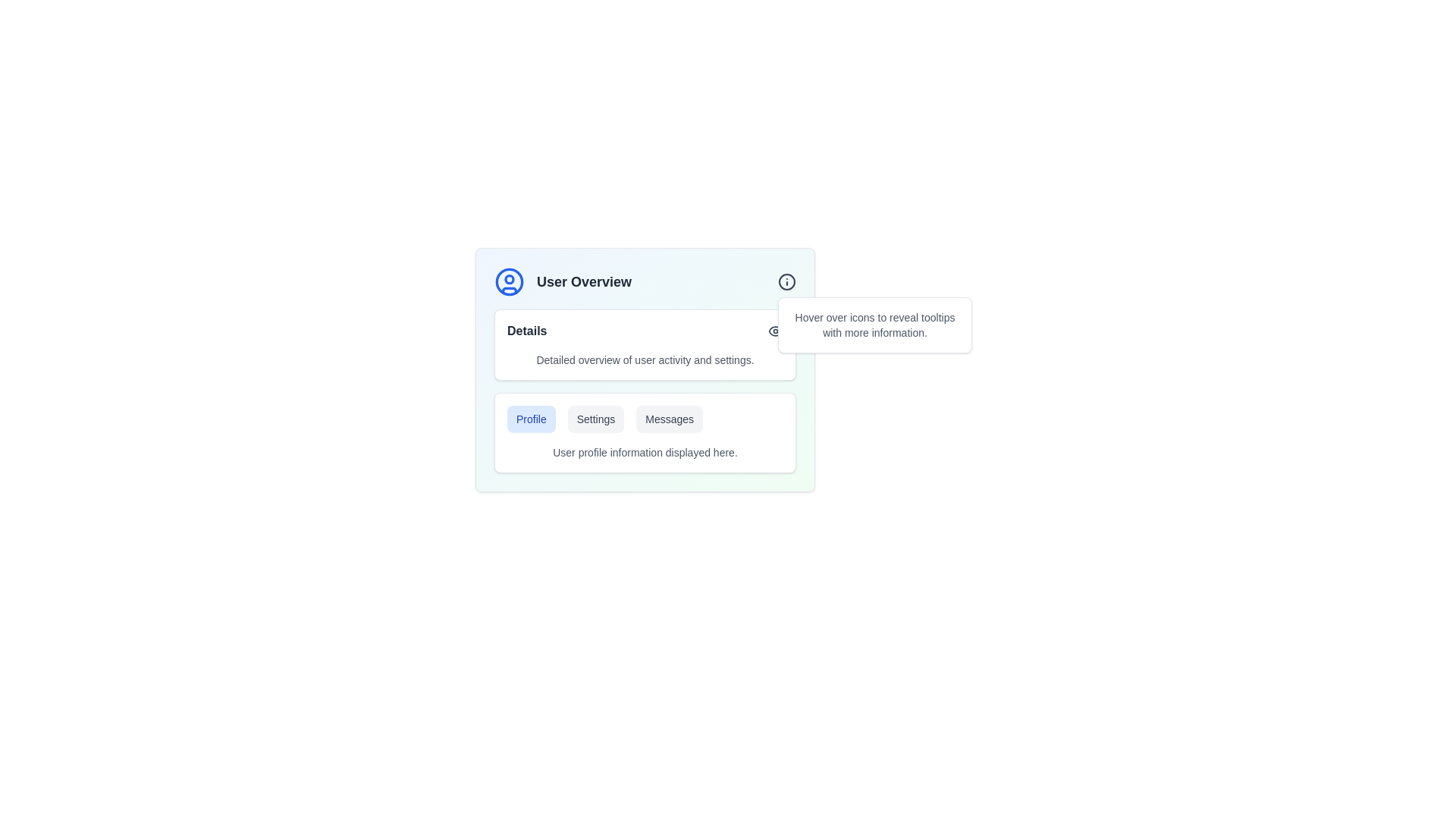 The width and height of the screenshot is (1456, 819). What do you see at coordinates (786, 281) in the screenshot?
I see `the SVG circle element that forms the outer boundary of the 'info' icon located at the top-right corner of the 'User Overview' card` at bounding box center [786, 281].